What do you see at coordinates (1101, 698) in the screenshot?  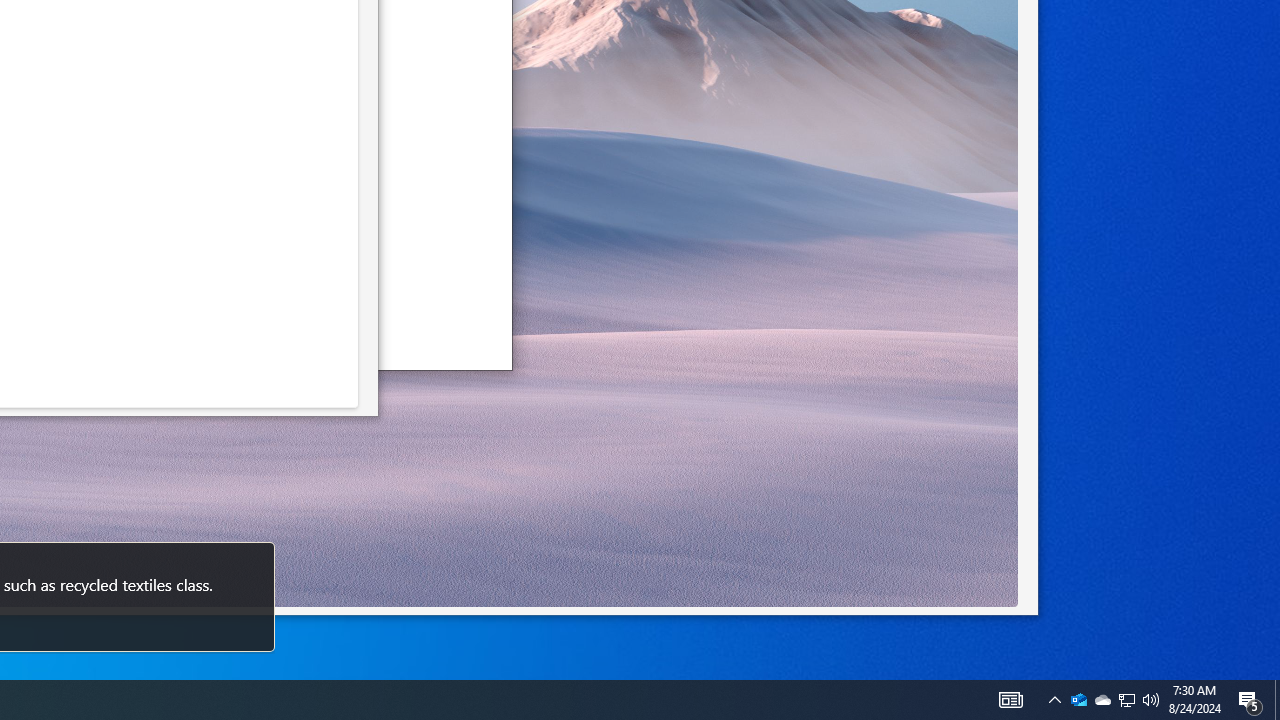 I see `'System Promoted Notification Area'` at bounding box center [1101, 698].